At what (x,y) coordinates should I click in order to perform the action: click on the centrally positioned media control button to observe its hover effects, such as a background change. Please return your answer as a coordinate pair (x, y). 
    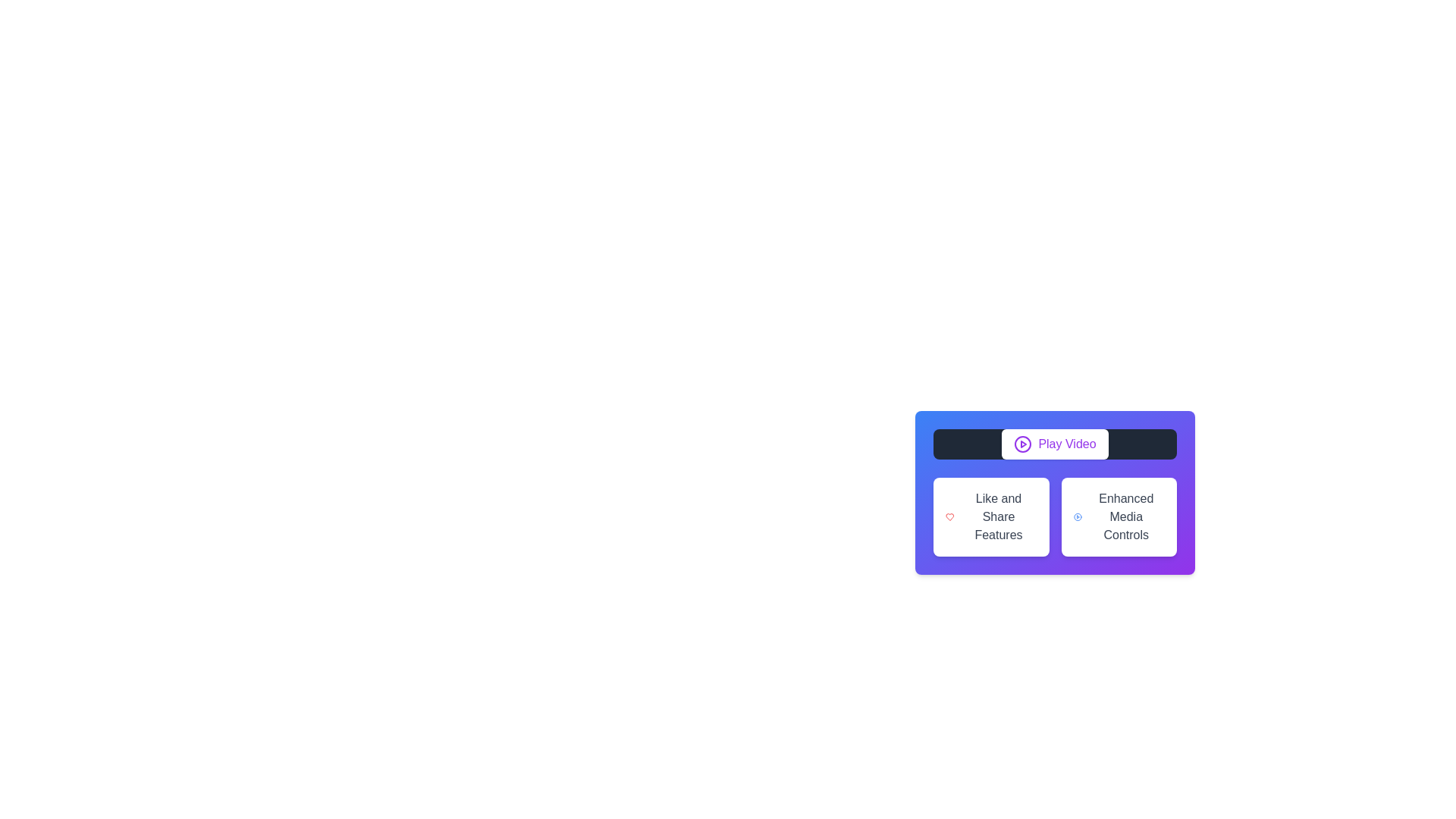
    Looking at the image, I should click on (1054, 444).